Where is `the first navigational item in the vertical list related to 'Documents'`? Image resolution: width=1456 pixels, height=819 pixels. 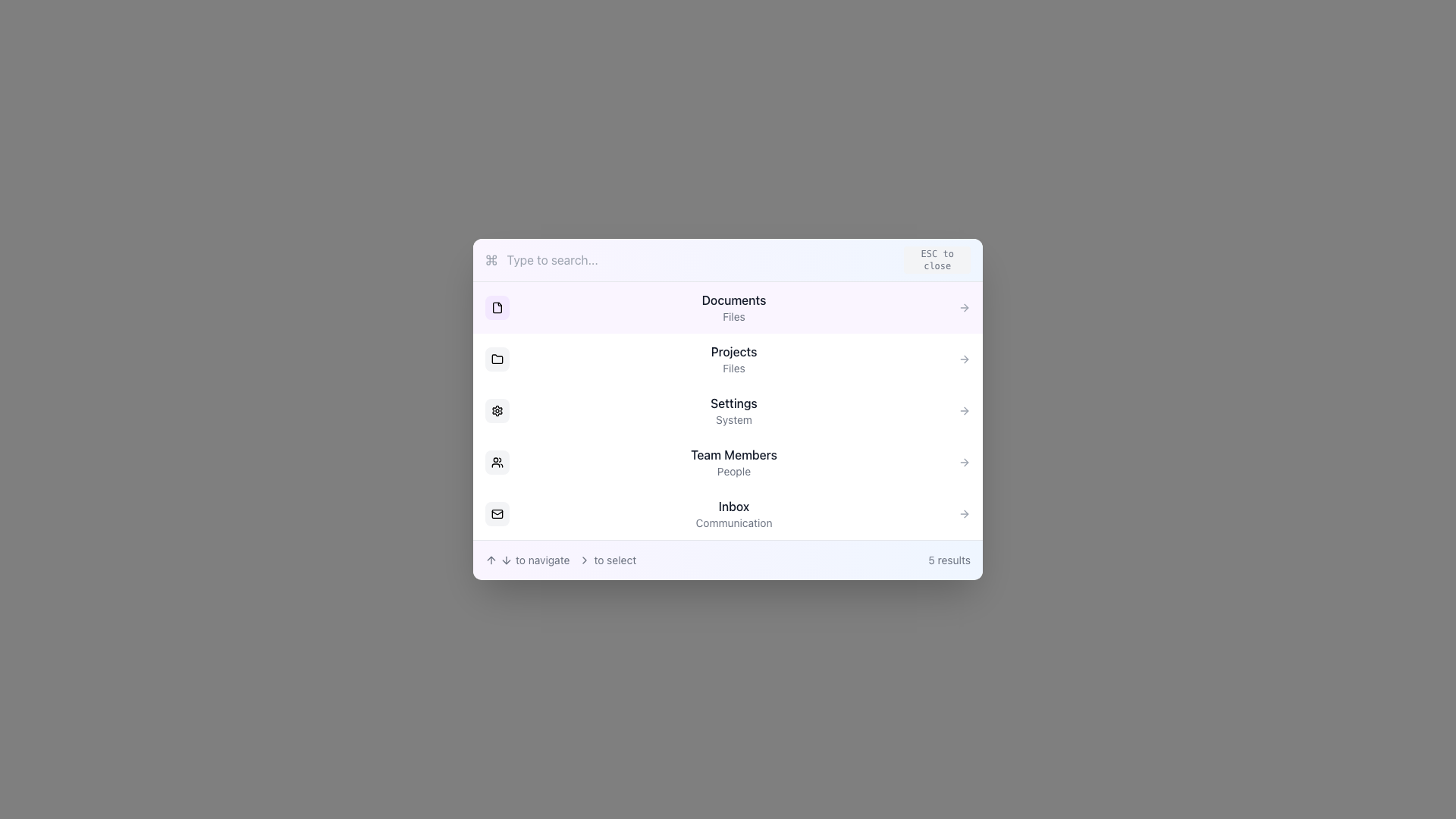
the first navigational item in the vertical list related to 'Documents' is located at coordinates (728, 307).